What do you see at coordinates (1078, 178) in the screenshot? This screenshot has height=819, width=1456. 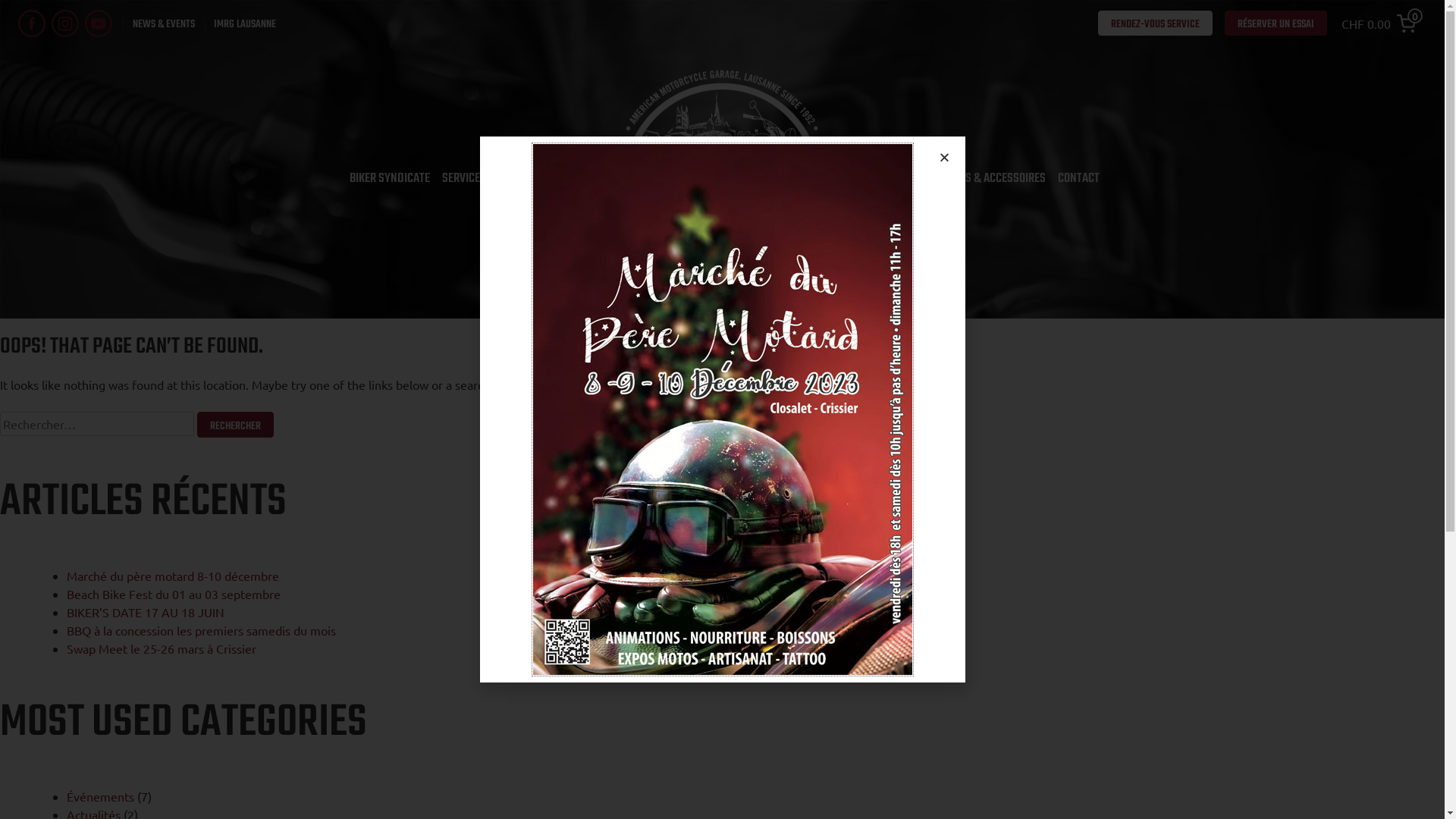 I see `'CONTACT'` at bounding box center [1078, 178].